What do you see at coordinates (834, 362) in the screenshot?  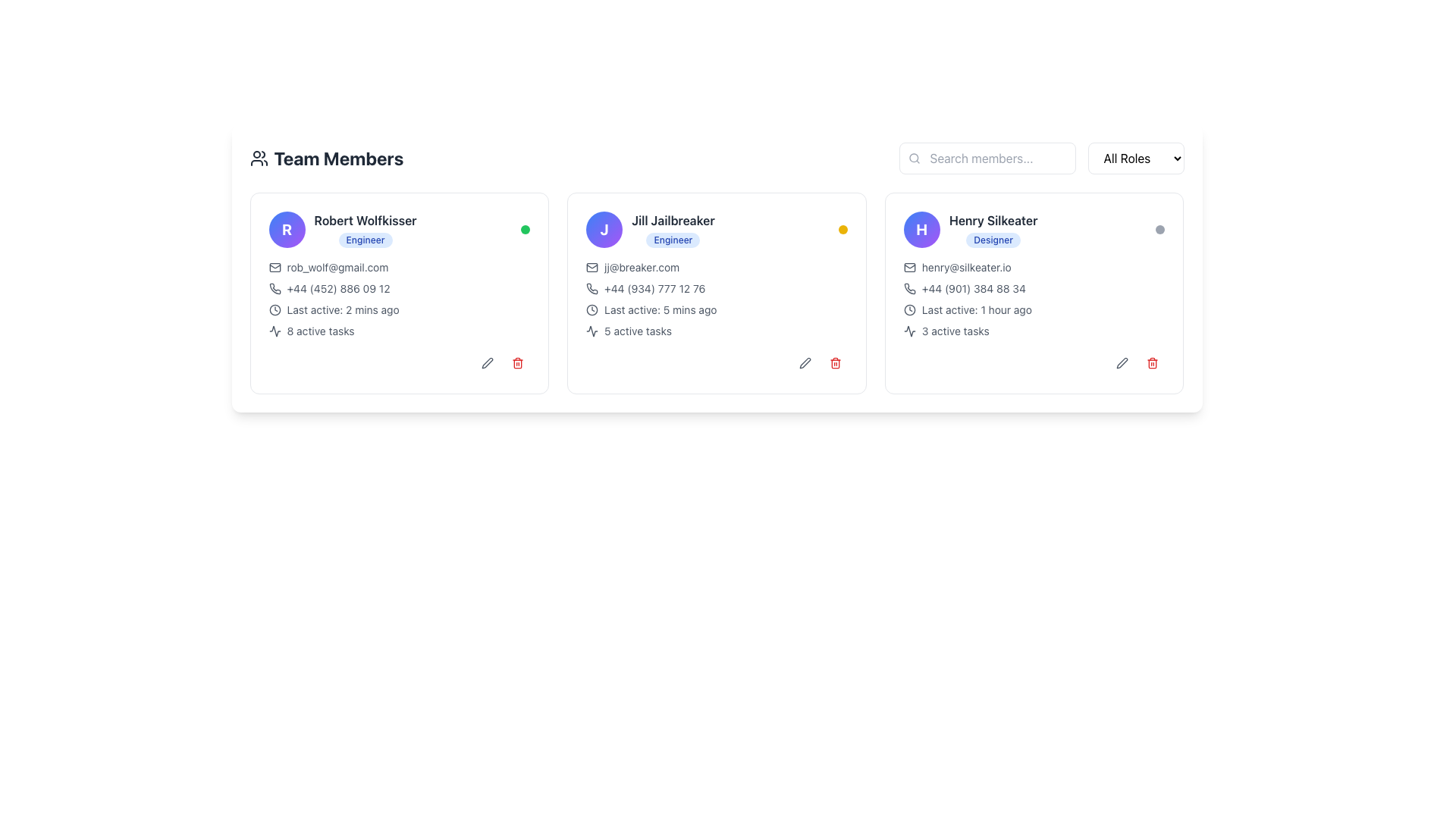 I see `the delete button located at the bottom-right corner of the team member's card` at bounding box center [834, 362].